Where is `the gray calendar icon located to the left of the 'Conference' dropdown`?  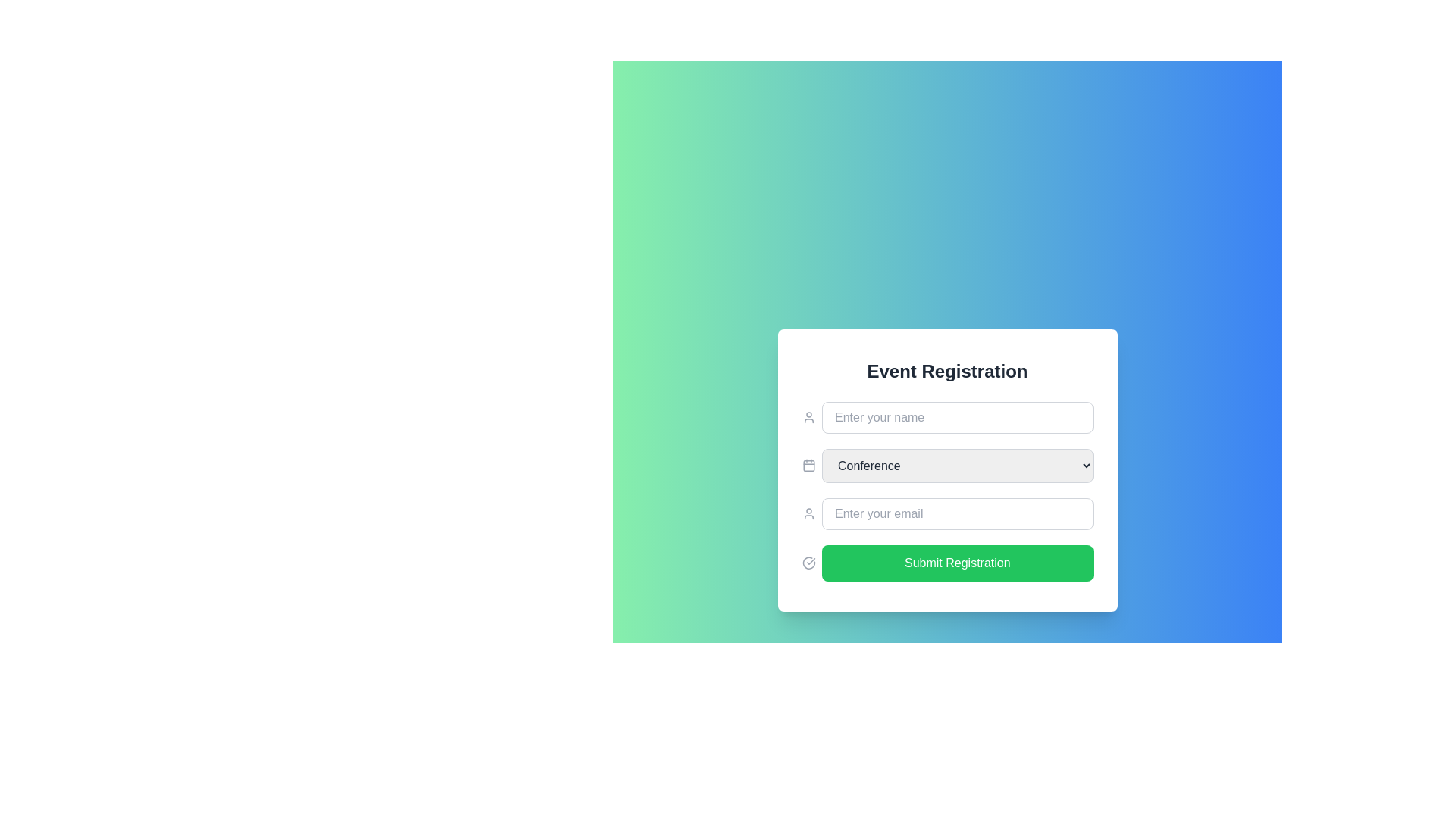
the gray calendar icon located to the left of the 'Conference' dropdown is located at coordinates (808, 464).